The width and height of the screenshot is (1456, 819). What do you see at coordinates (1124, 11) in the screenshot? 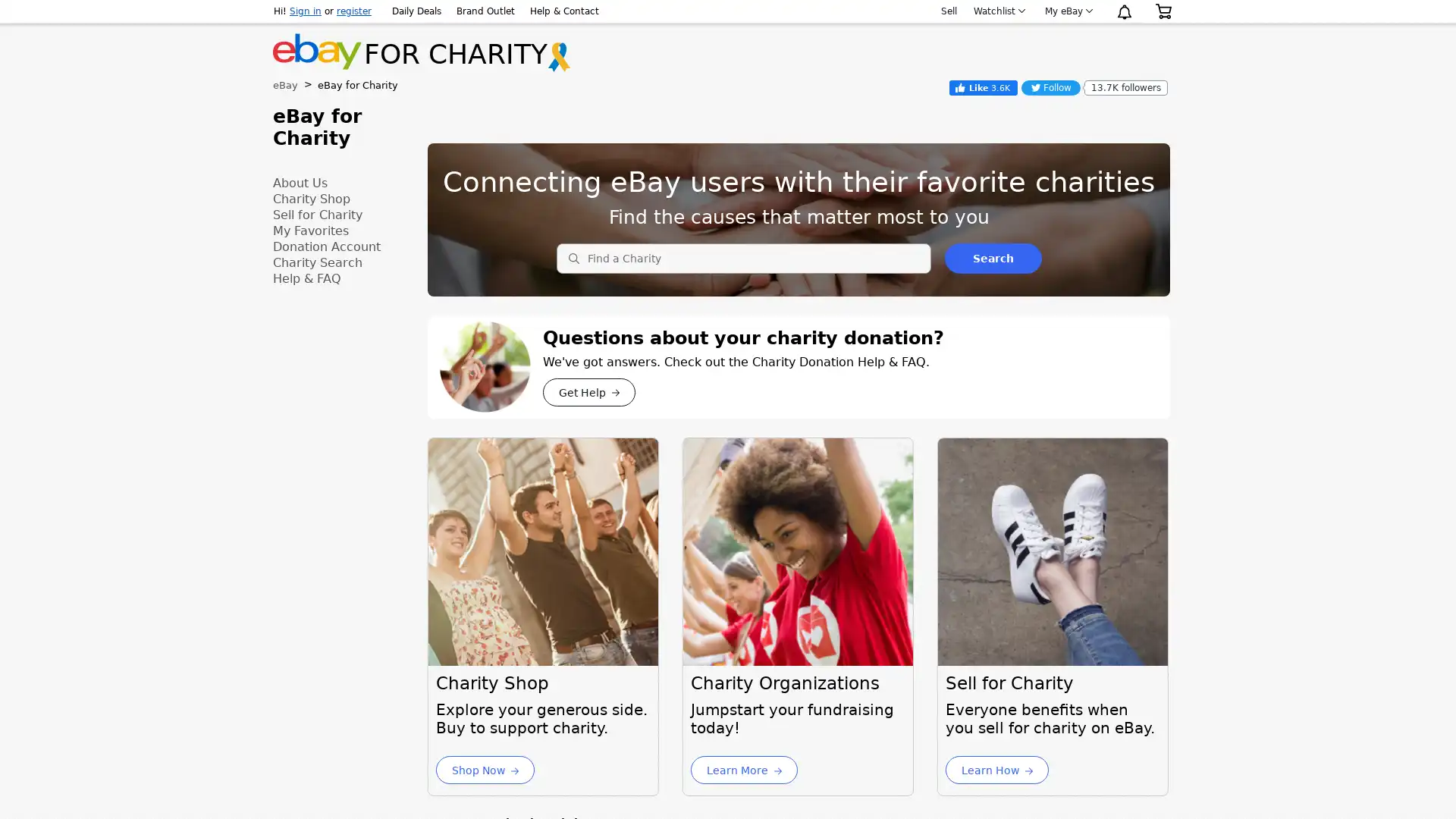
I see `Notification` at bounding box center [1124, 11].